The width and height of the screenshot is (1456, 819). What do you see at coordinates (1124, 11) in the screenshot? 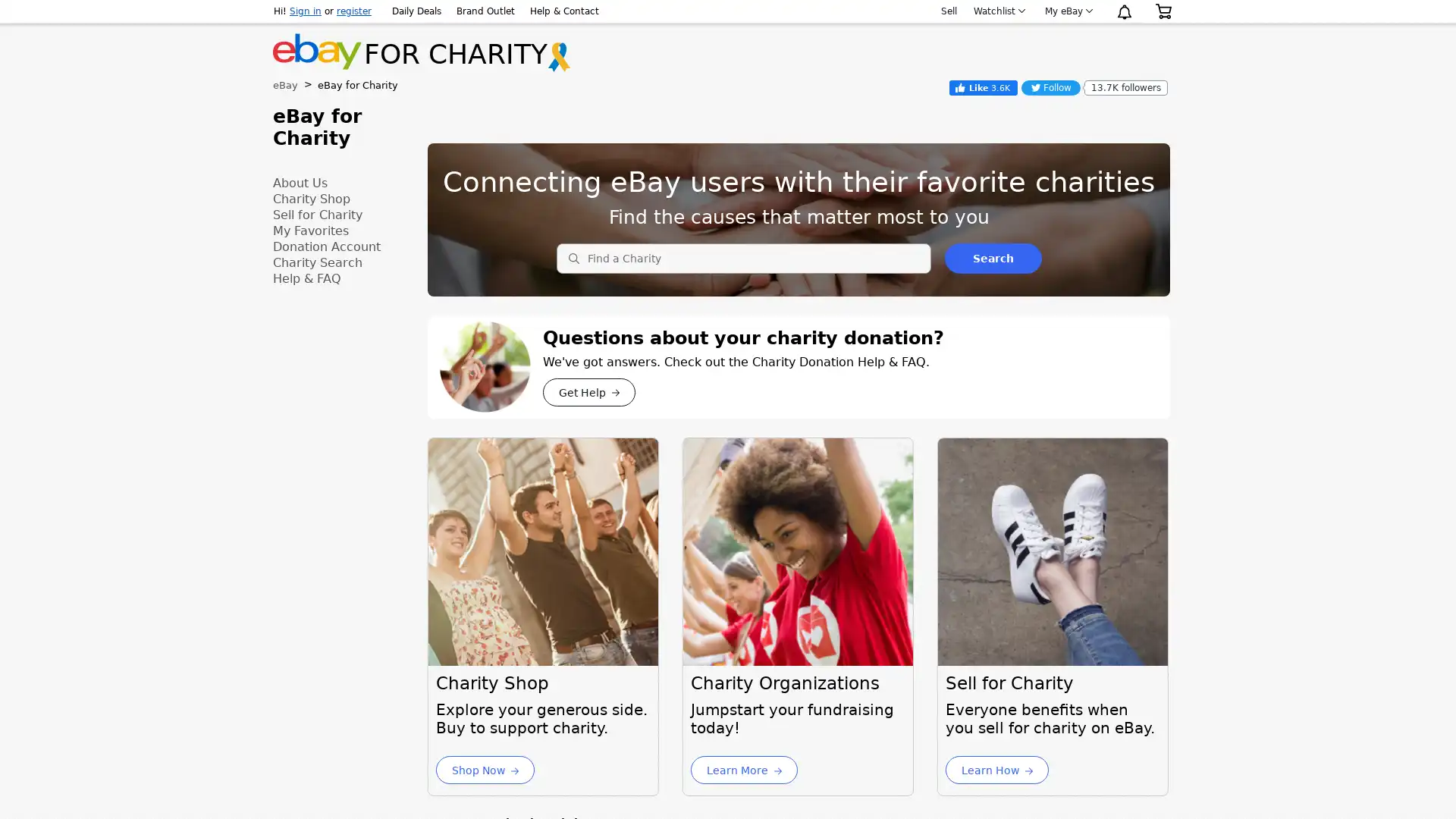
I see `Notification` at bounding box center [1124, 11].